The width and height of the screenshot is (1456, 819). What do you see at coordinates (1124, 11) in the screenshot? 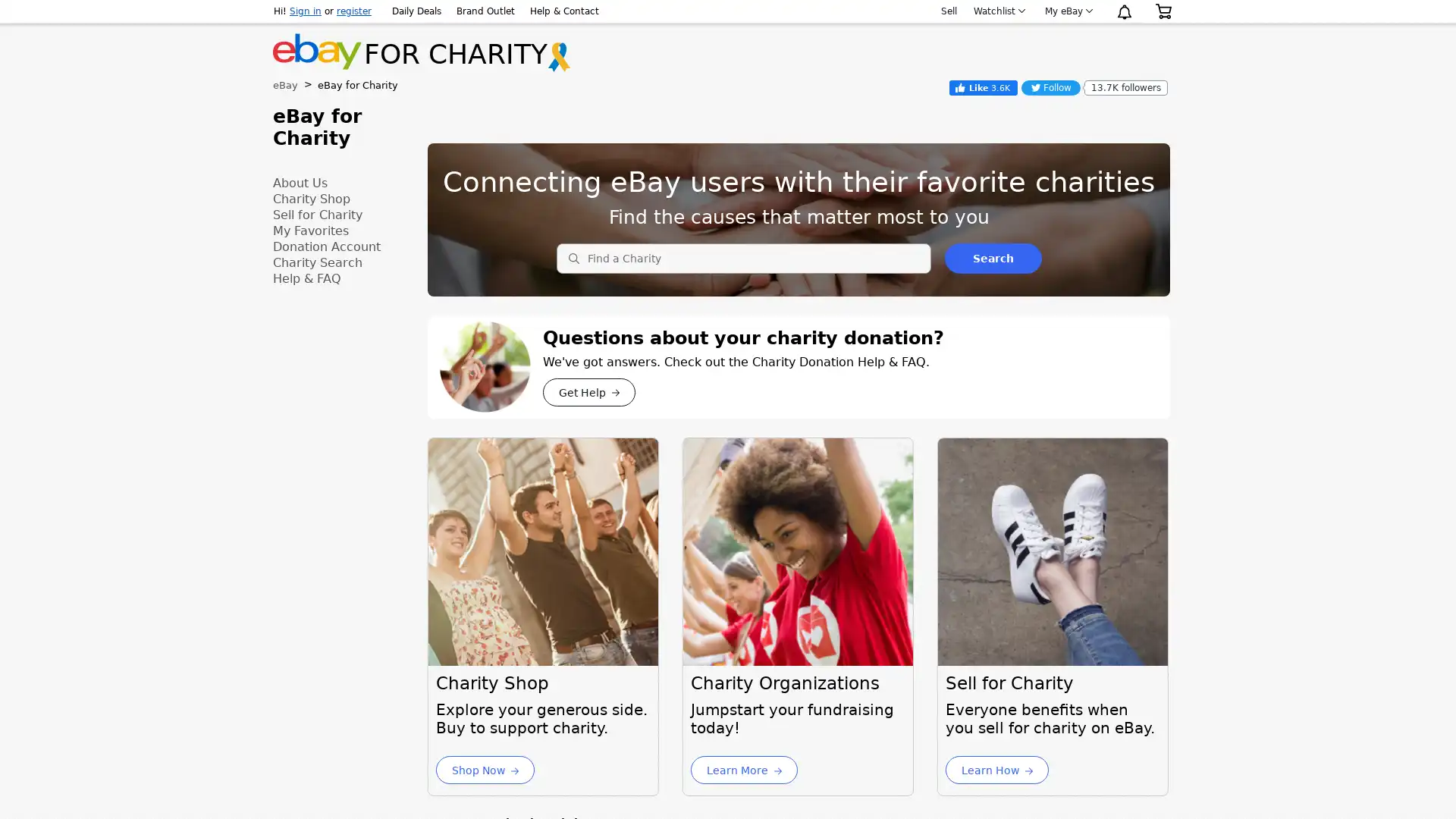
I see `Notification` at bounding box center [1124, 11].